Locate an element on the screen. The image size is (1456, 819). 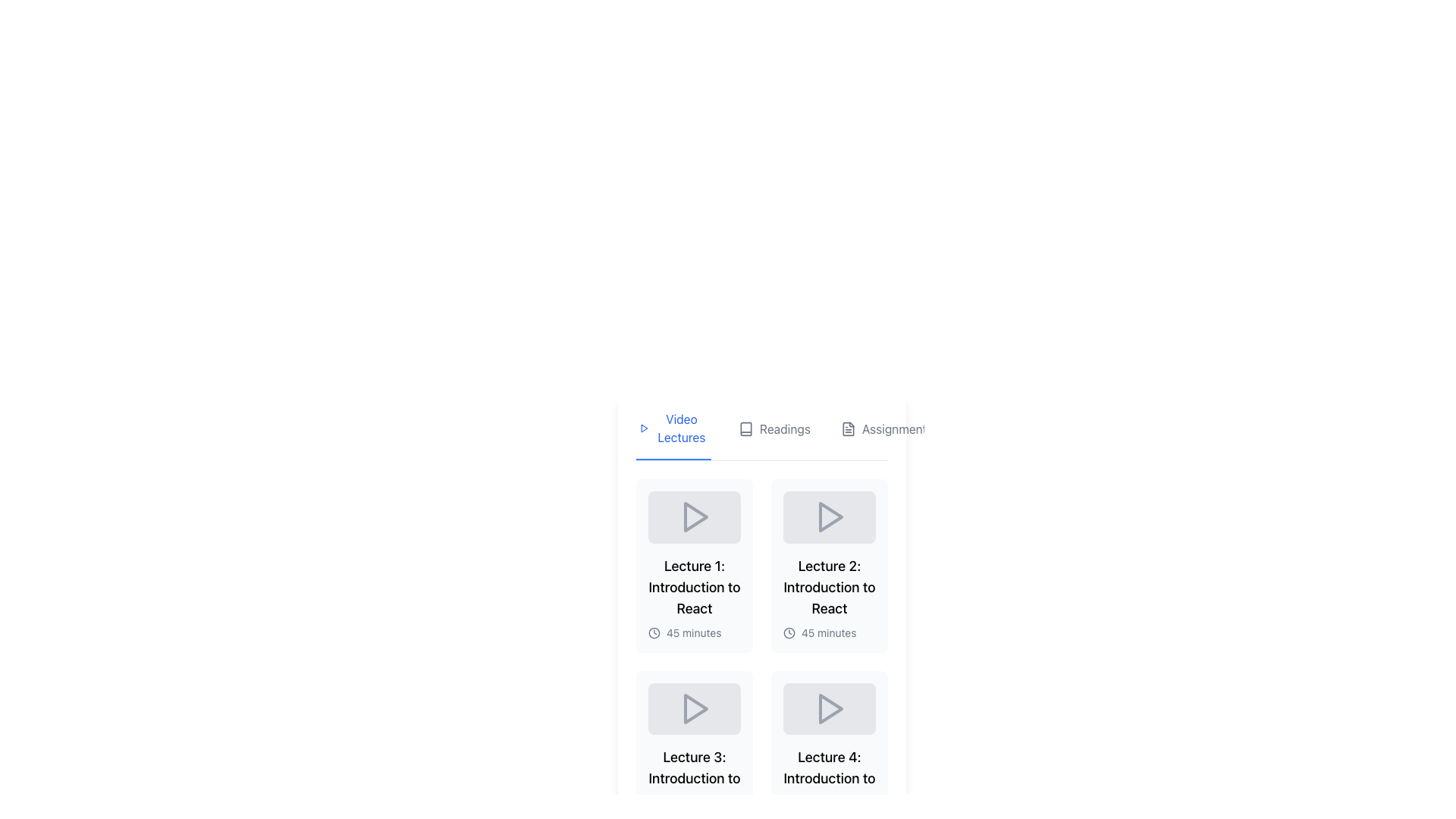
the small, circular clock icon located to the left of the text '45 minutes' is located at coordinates (789, 632).